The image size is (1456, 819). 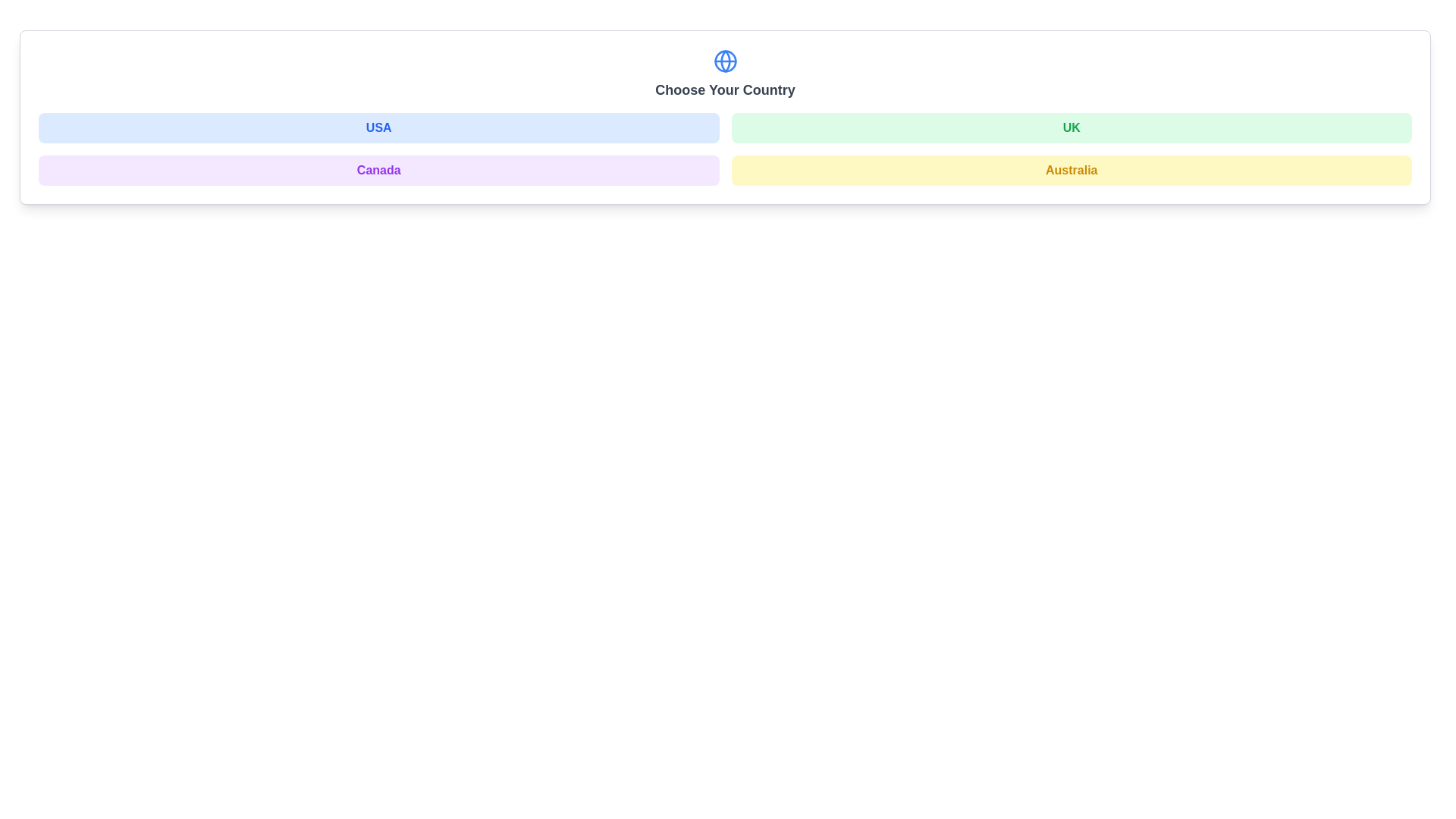 I want to click on the 'Canada' button, so click(x=378, y=170).